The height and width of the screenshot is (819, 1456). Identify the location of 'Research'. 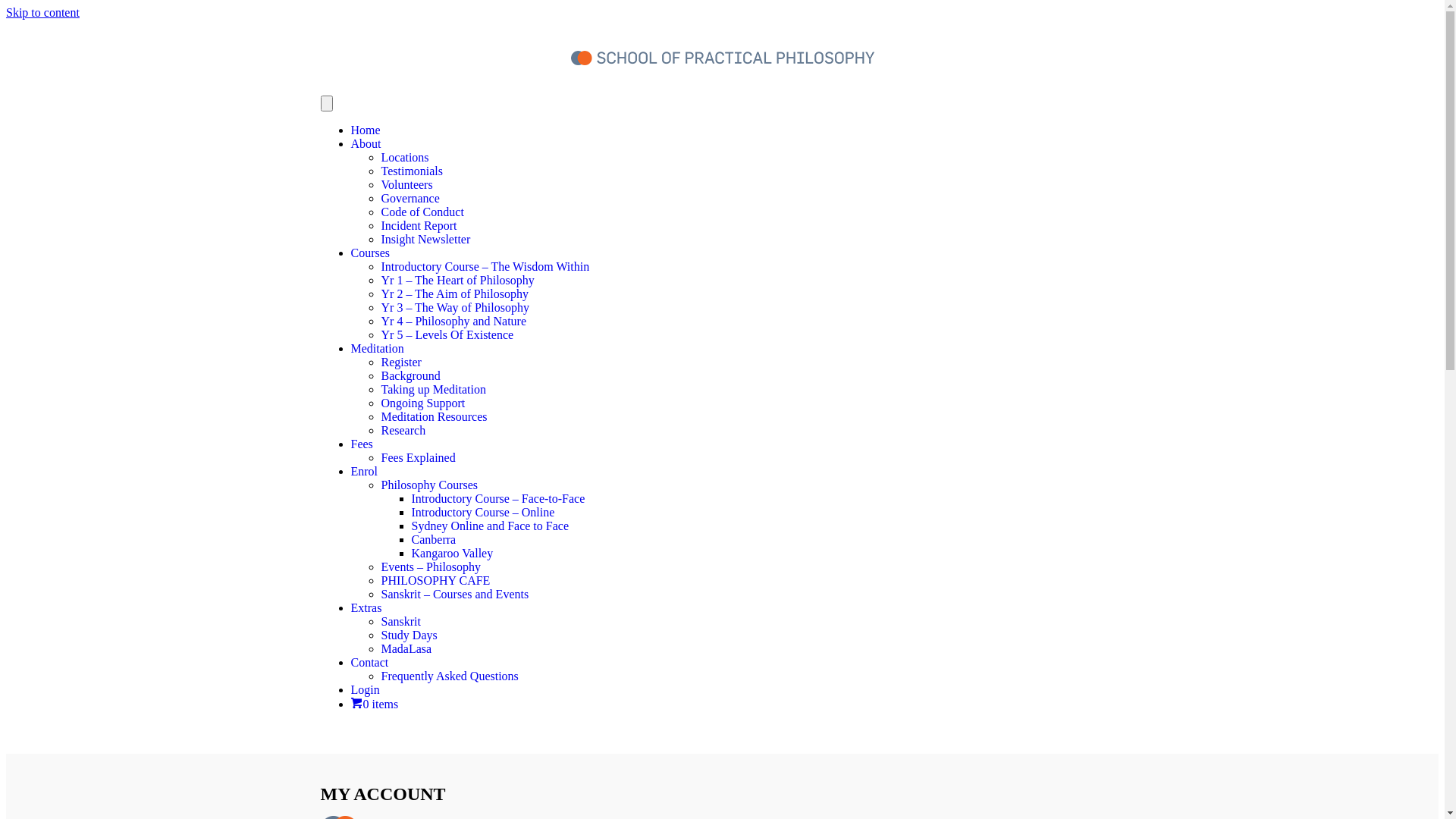
(381, 430).